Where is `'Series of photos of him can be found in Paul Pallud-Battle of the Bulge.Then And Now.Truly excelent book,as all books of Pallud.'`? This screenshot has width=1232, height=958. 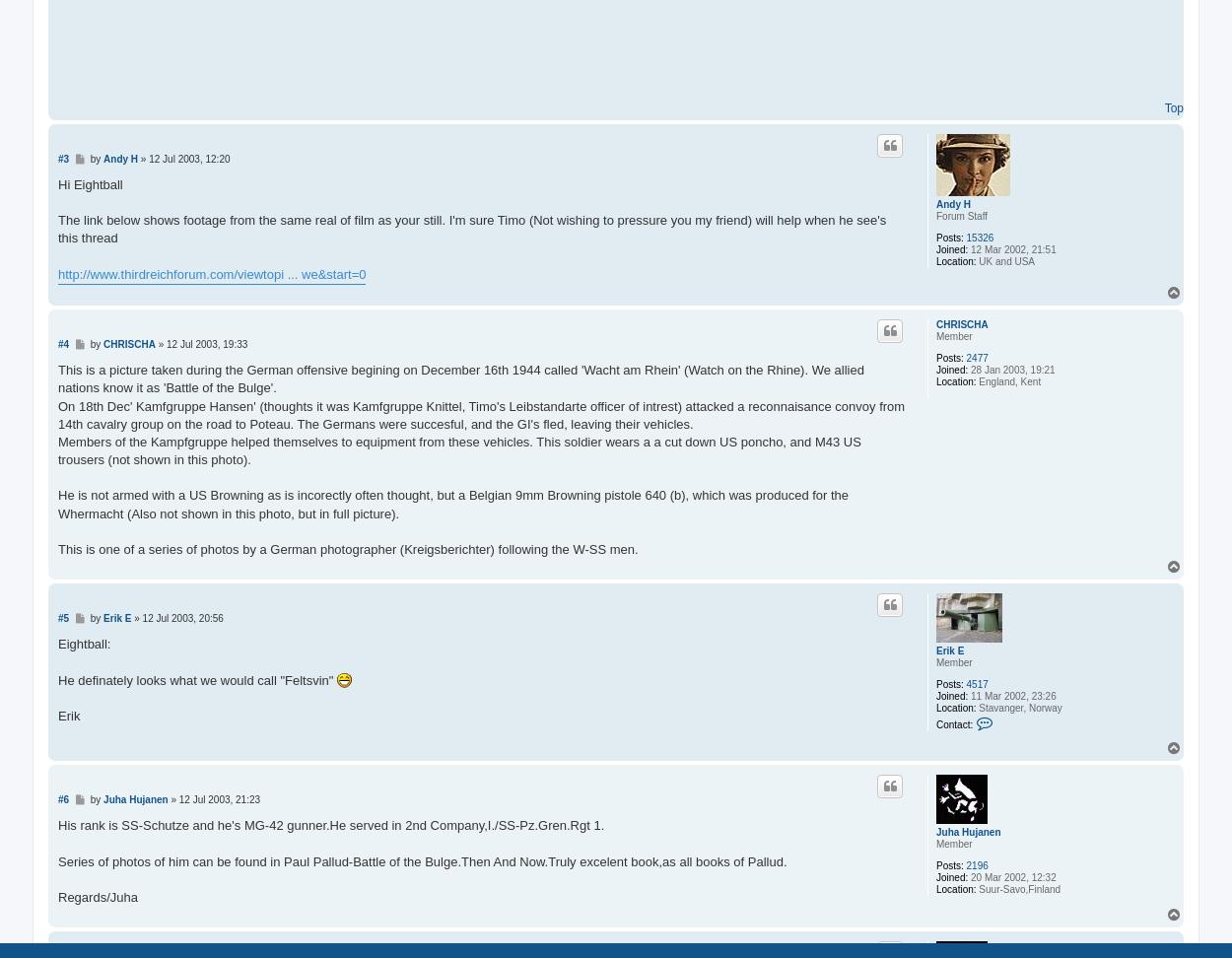 'Series of photos of him can be found in Paul Pallud-Battle of the Bulge.Then And Now.Truly excelent book,as all books of Pallud.' is located at coordinates (422, 860).